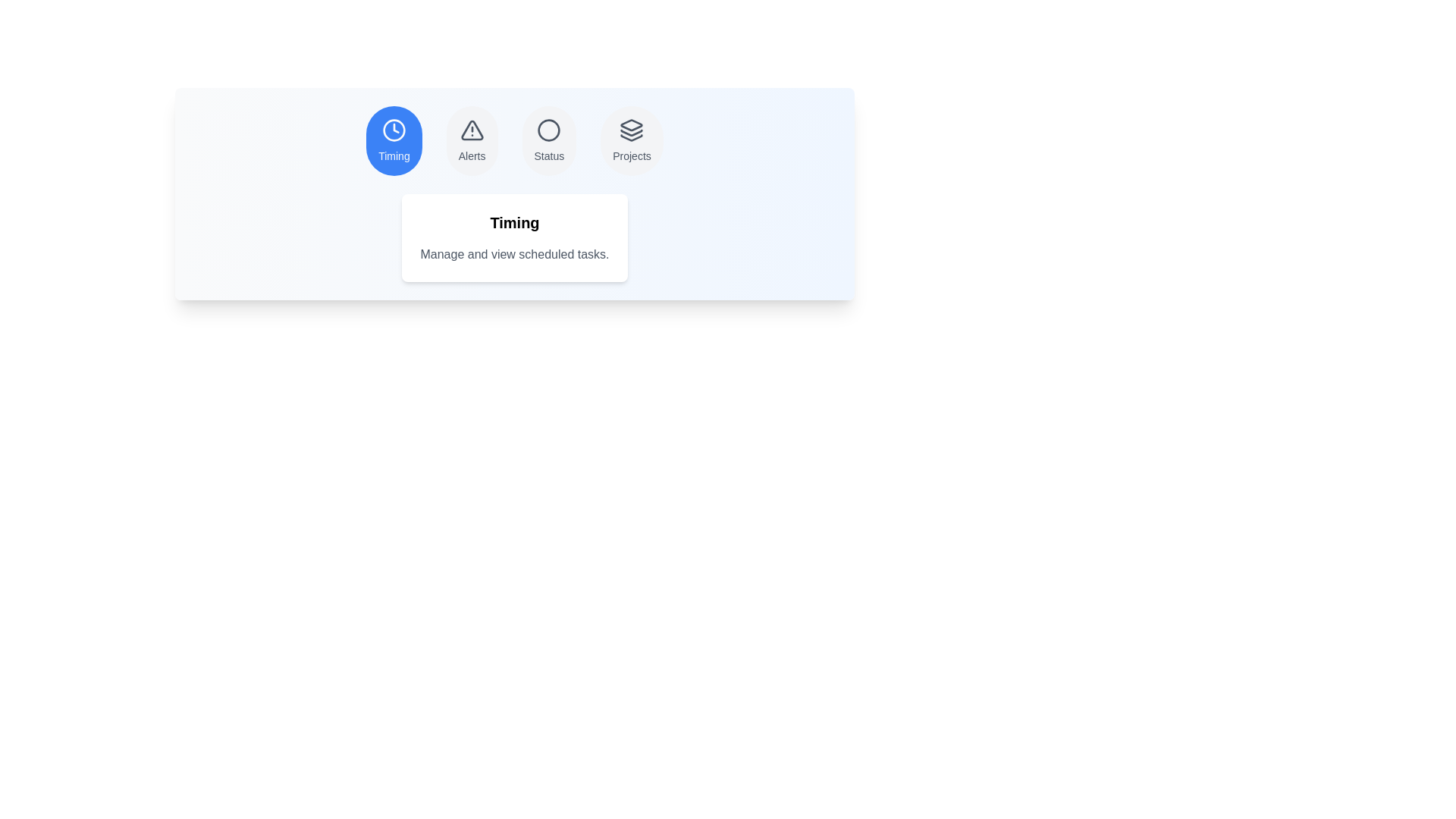 The image size is (1456, 819). I want to click on the tab labeled Status, so click(548, 140).